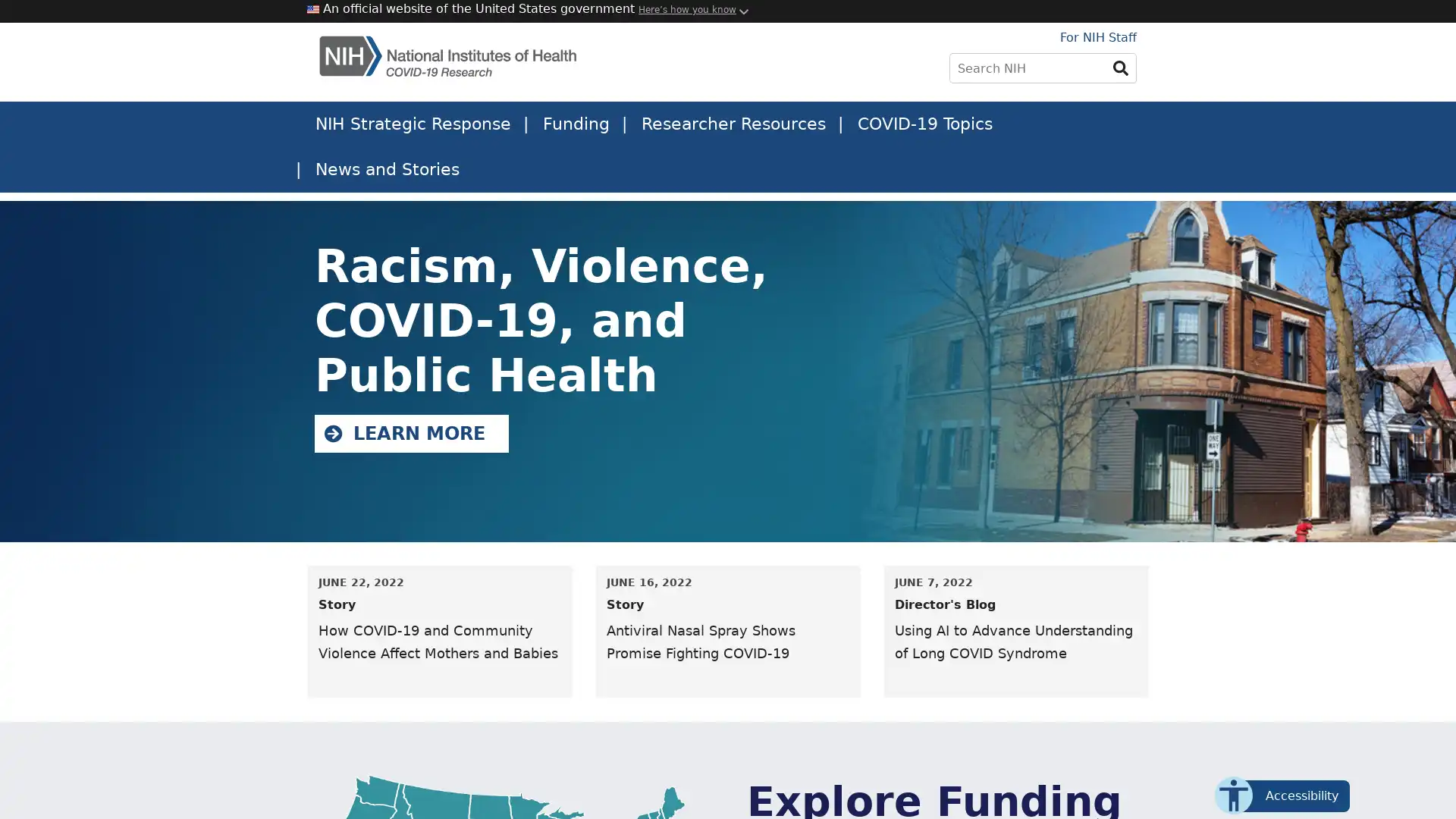  I want to click on Search, so click(1121, 67).